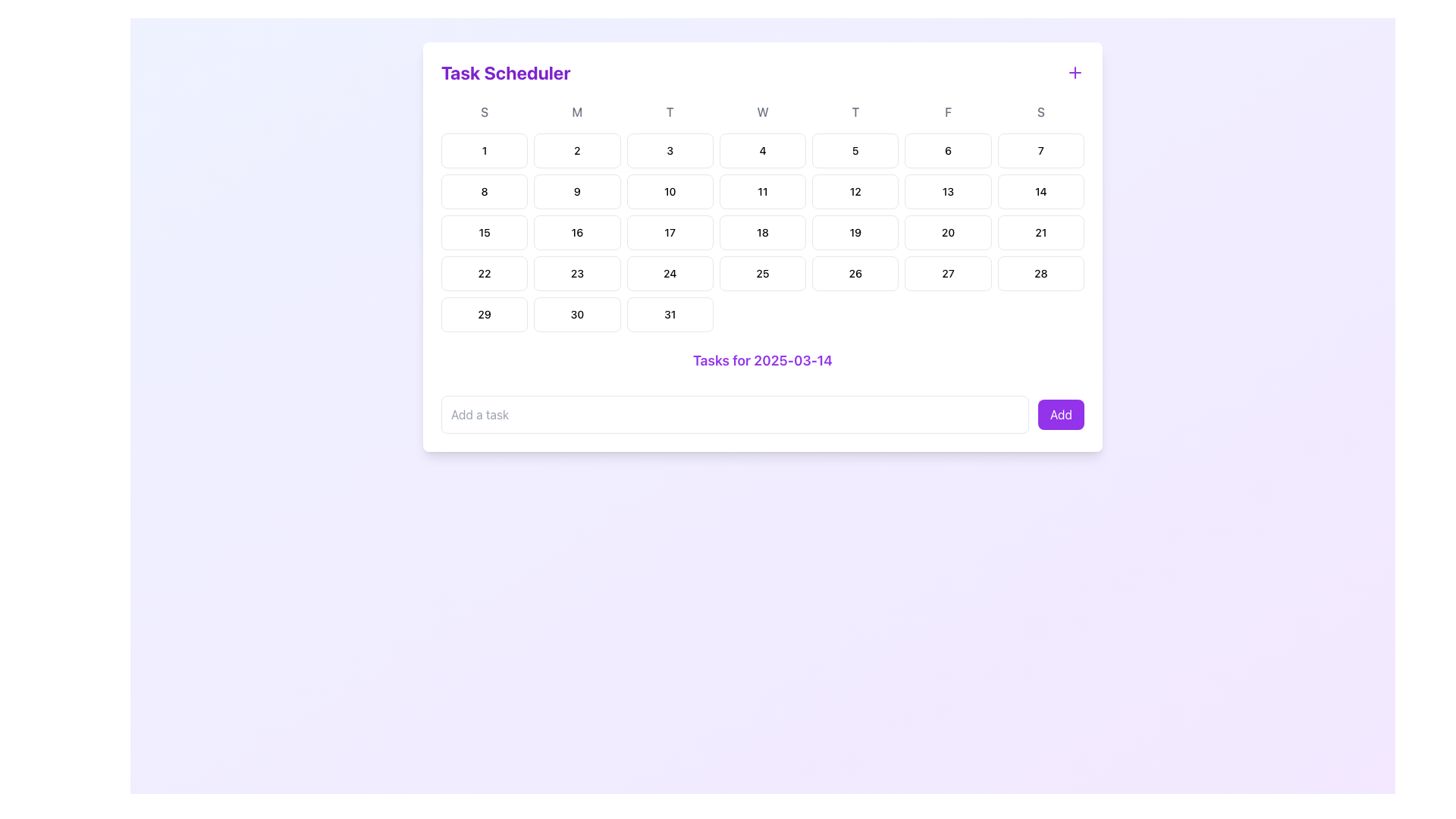 This screenshot has width=1456, height=819. What do you see at coordinates (576, 151) in the screenshot?
I see `the calendar button representing the date in the second position of the first row, located between '1' and '3'` at bounding box center [576, 151].